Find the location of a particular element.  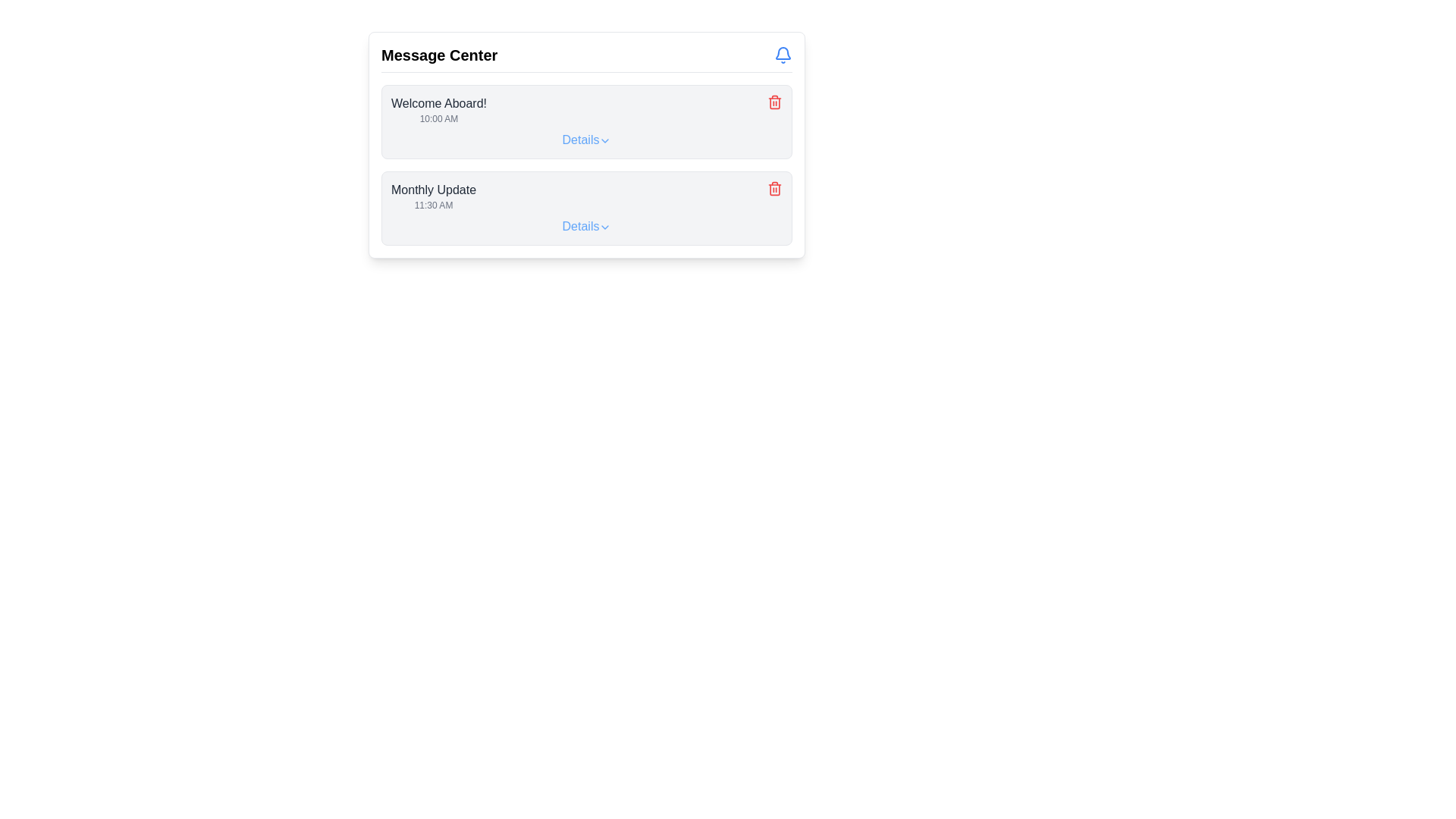

the 'Welcome Aboard!' text label, which is the first line in the message block within the 'Message Center' section is located at coordinates (438, 103).